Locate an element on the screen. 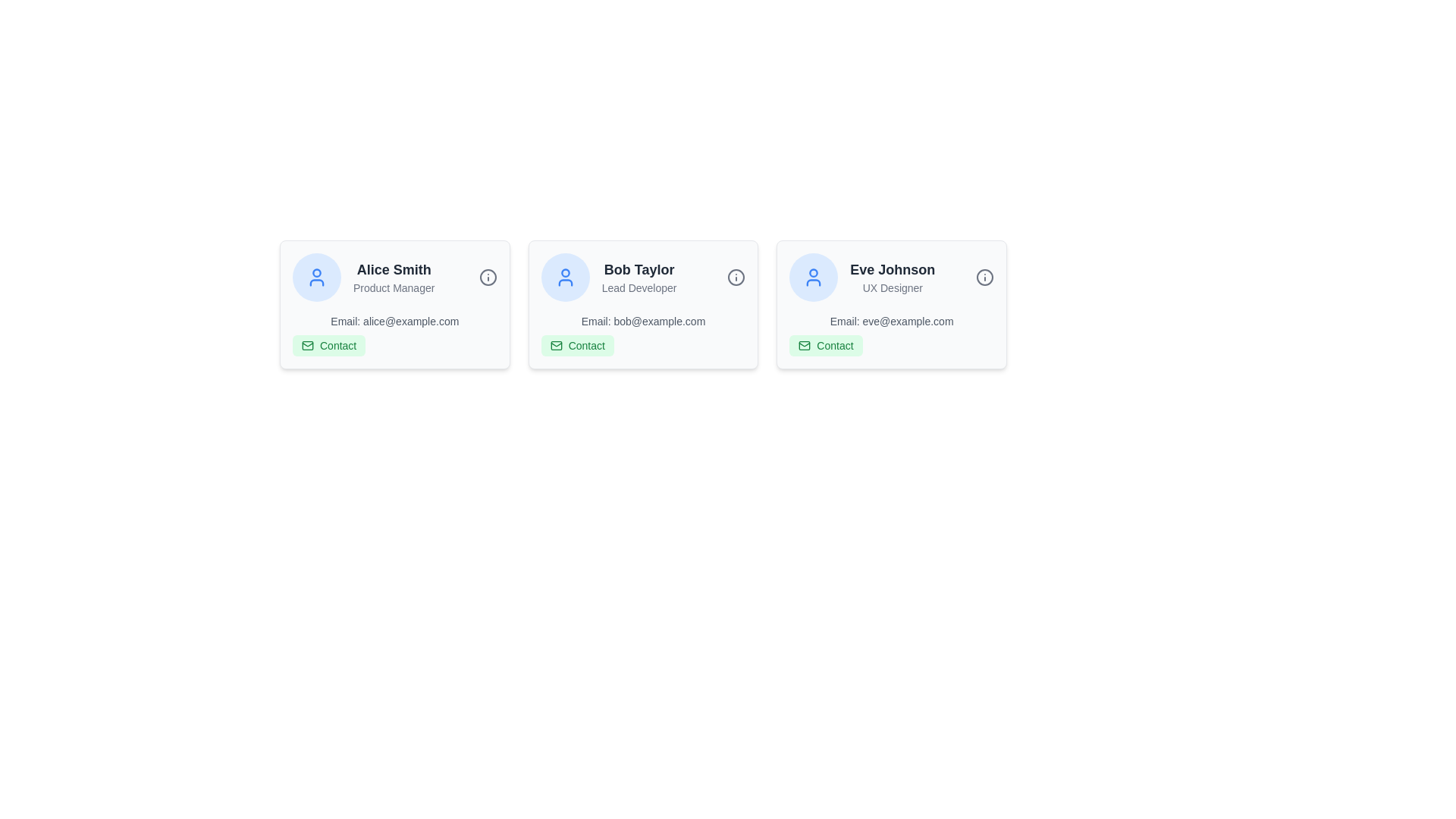 The height and width of the screenshot is (819, 1456). the user avatar icon, which is a circular blue icon located in the left portion of the card displaying the name 'Bob Taylor' is located at coordinates (813, 278).